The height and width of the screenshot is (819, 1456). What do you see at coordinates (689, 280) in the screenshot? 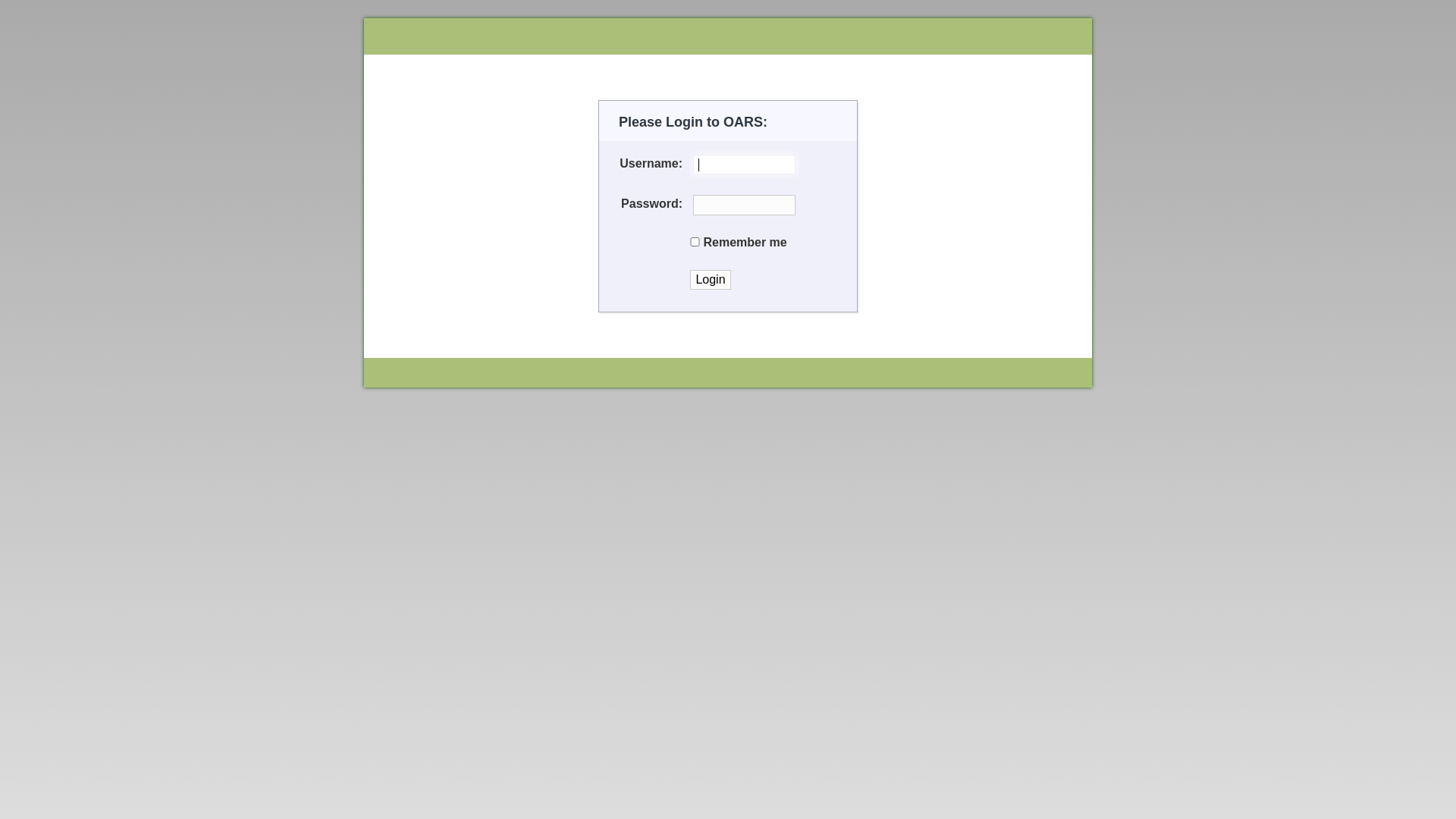
I see `'Login'` at bounding box center [689, 280].